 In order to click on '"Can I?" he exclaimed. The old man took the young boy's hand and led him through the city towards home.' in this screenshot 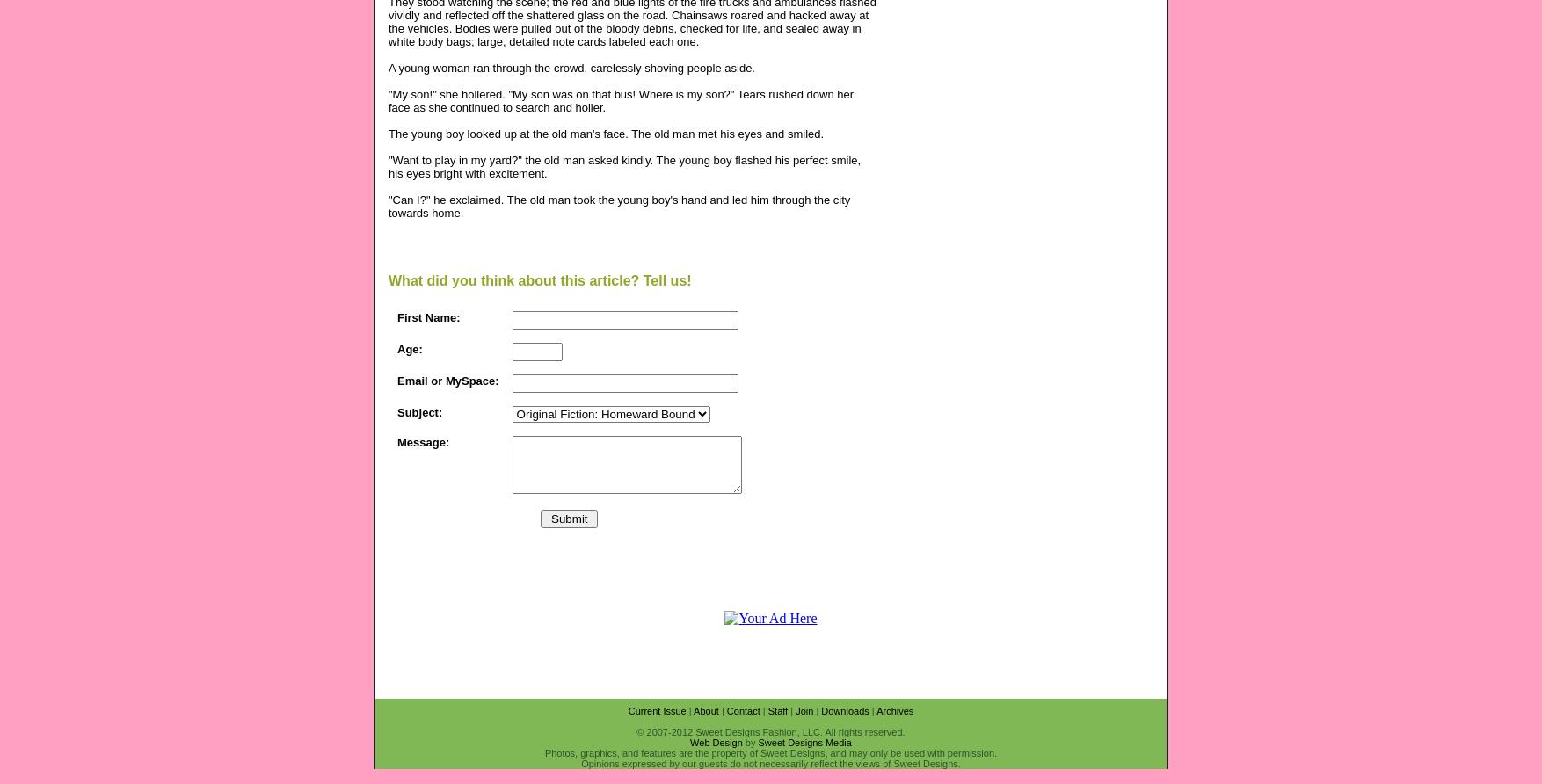, I will do `click(388, 205)`.